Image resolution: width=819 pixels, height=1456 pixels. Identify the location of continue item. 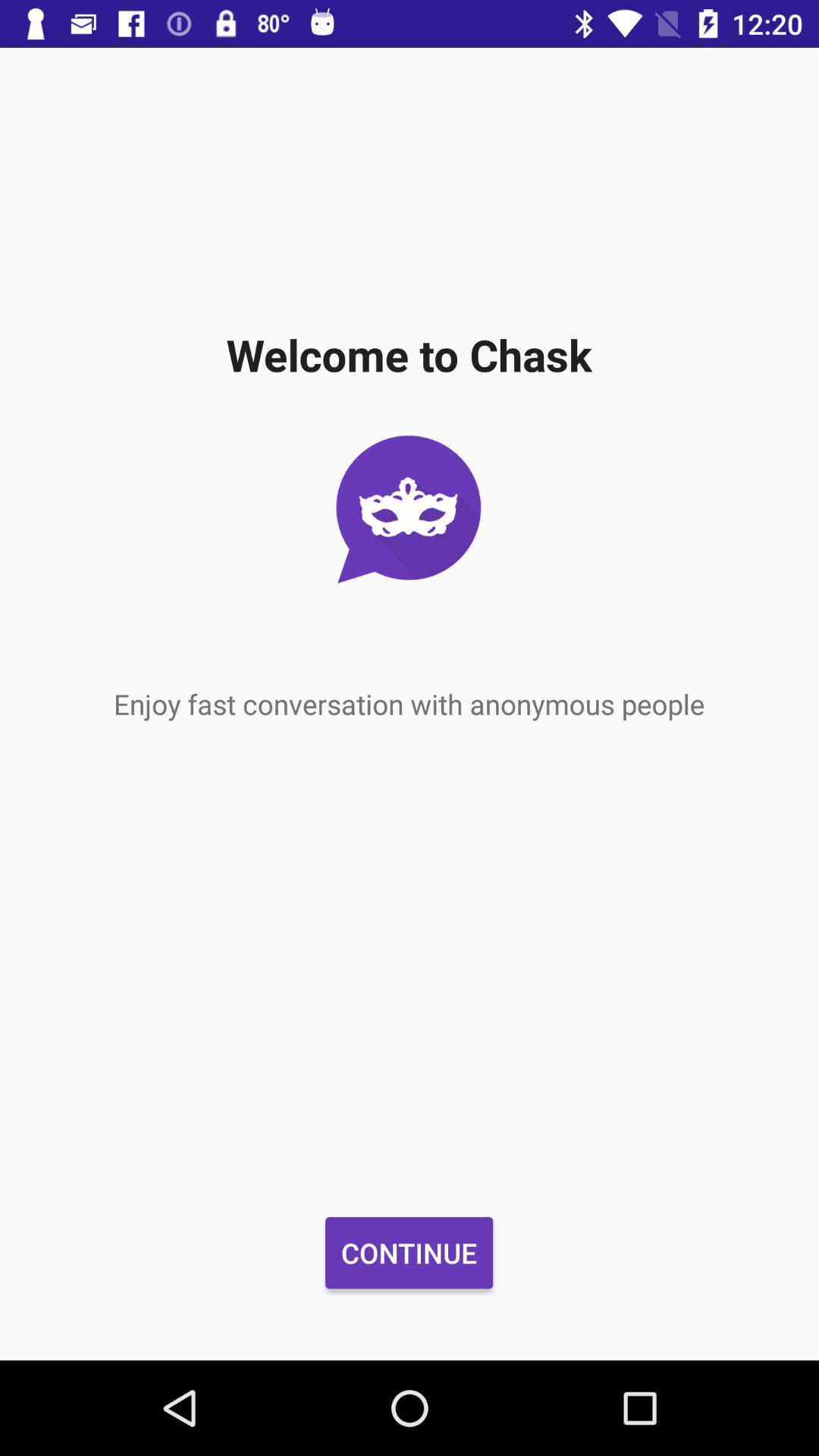
(408, 1253).